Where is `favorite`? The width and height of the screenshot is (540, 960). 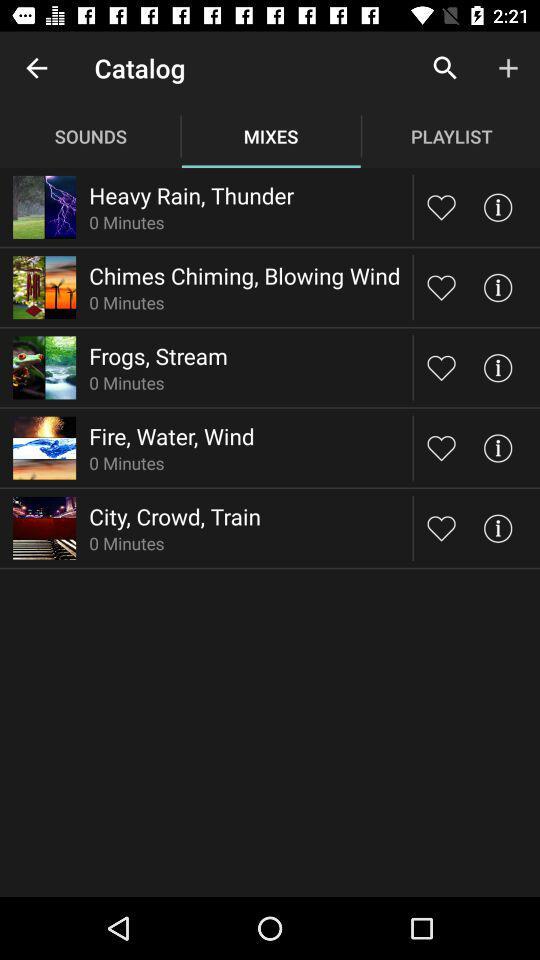
favorite is located at coordinates (441, 447).